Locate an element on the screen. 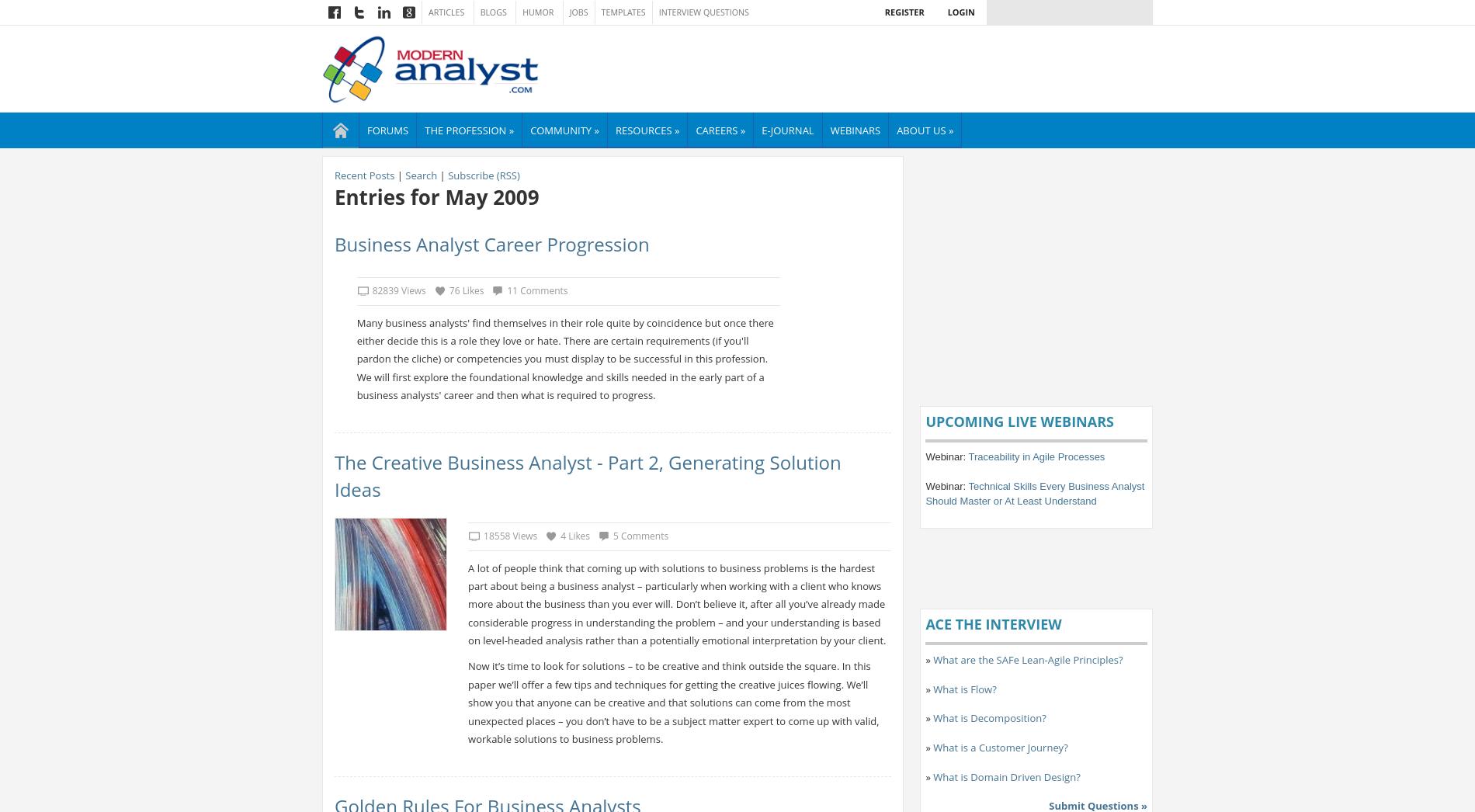 This screenshot has width=1475, height=812. 'Jobs' is located at coordinates (577, 12).